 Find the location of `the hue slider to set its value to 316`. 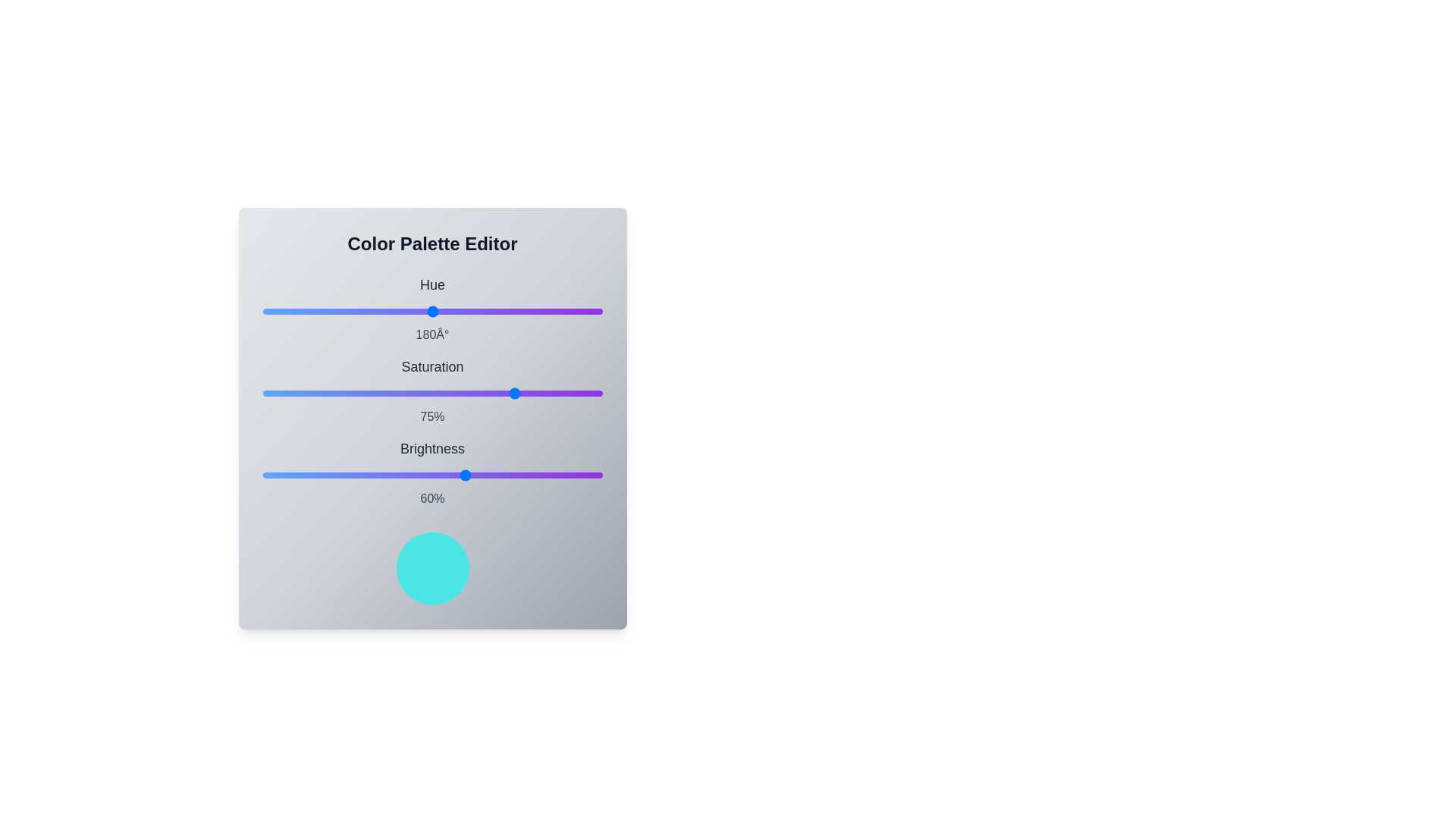

the hue slider to set its value to 316 is located at coordinates (560, 311).